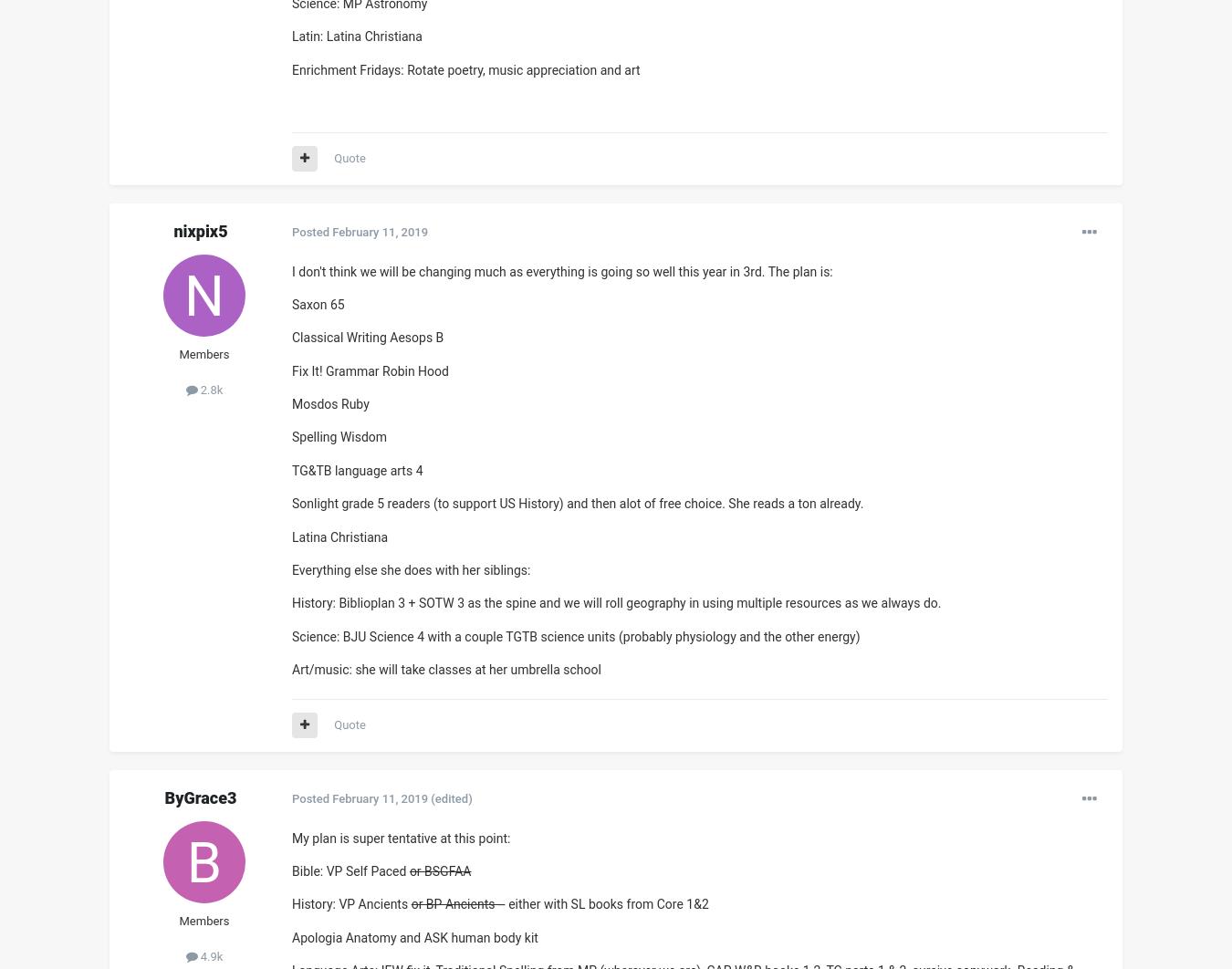 This screenshot has width=1232, height=969. I want to click on '- either with SL books from Core 1&2', so click(604, 902).